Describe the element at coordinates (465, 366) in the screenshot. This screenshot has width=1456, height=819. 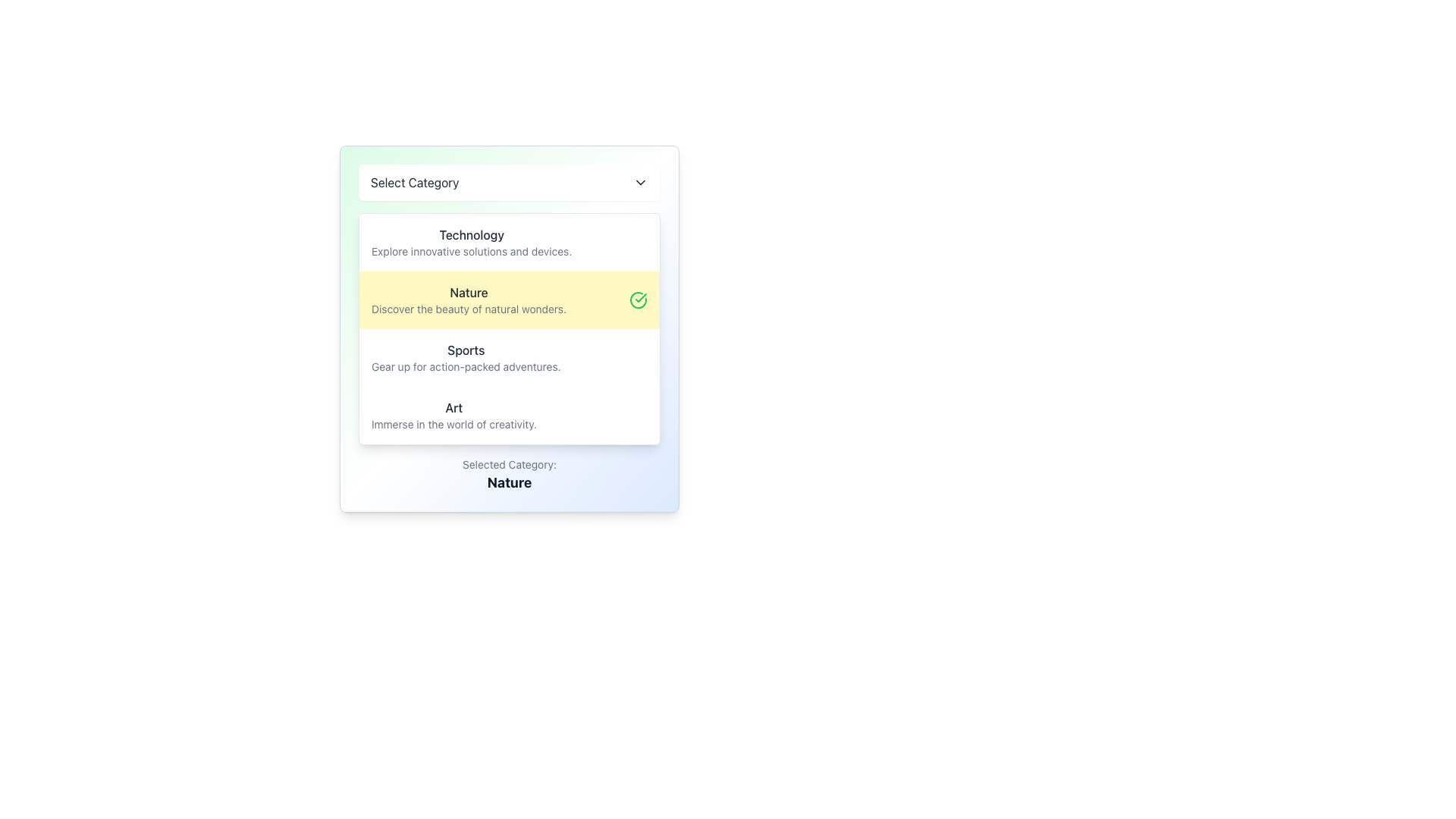
I see `the descriptive subtext for the 'Sports' category located beneath the 'Sports' text within the selectable panel in the middle of the interface` at that location.